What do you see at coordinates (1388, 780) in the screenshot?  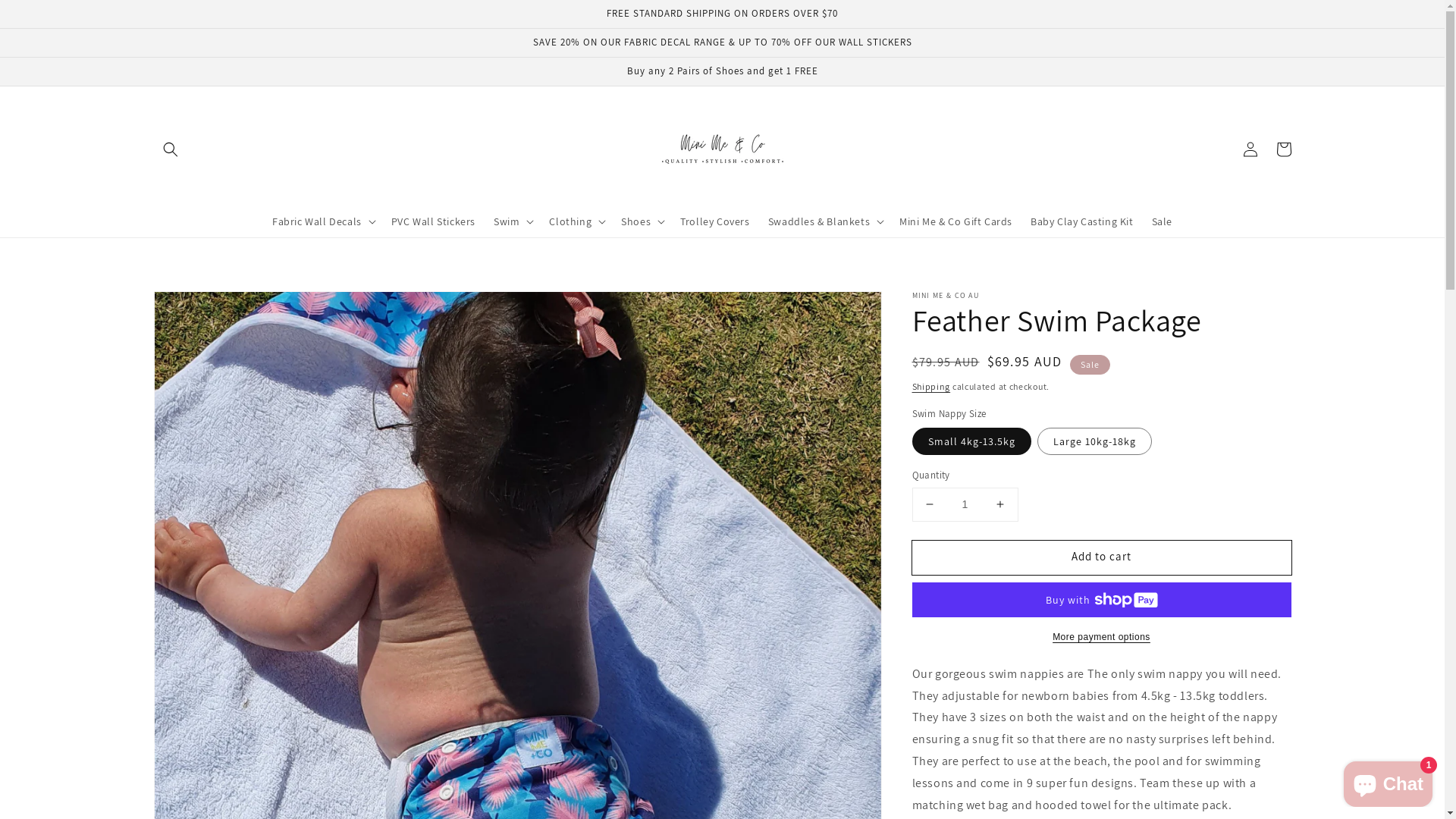 I see `'Shopify online store chat'` at bounding box center [1388, 780].